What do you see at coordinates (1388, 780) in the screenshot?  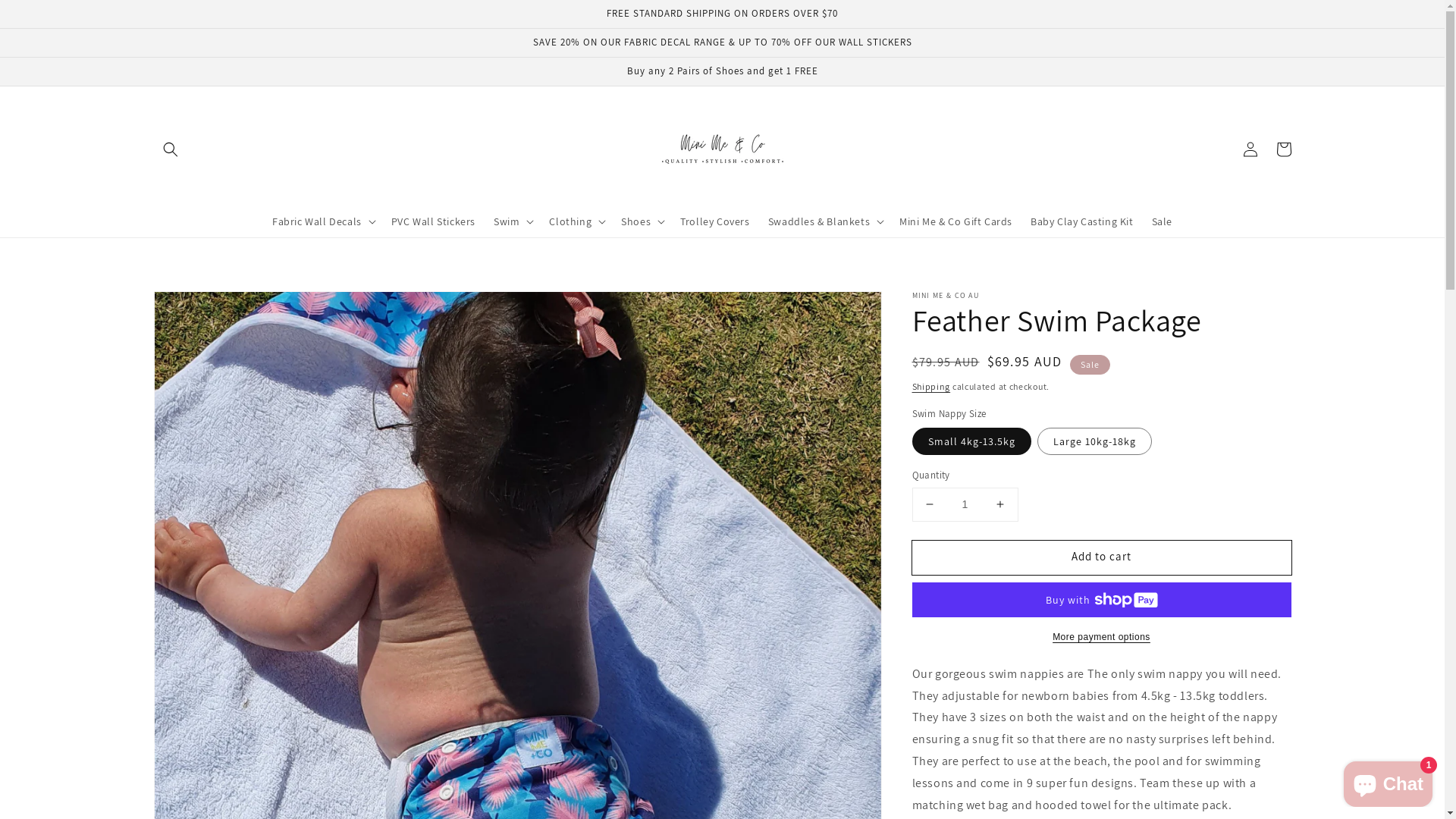 I see `'Shopify online store chat'` at bounding box center [1388, 780].